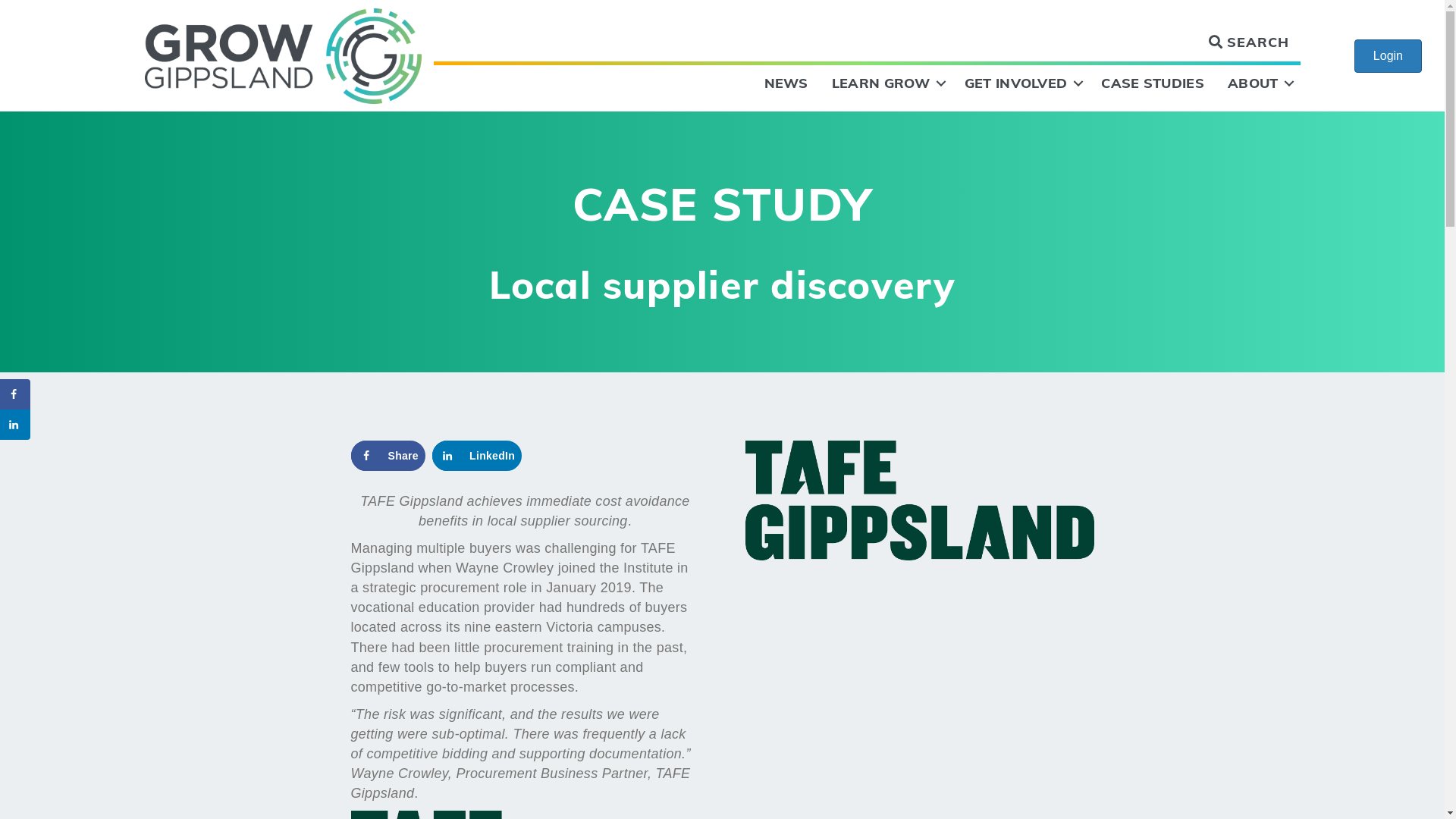 This screenshot has width=1456, height=819. Describe the element at coordinates (475, 455) in the screenshot. I see `'LinkedIn'` at that location.